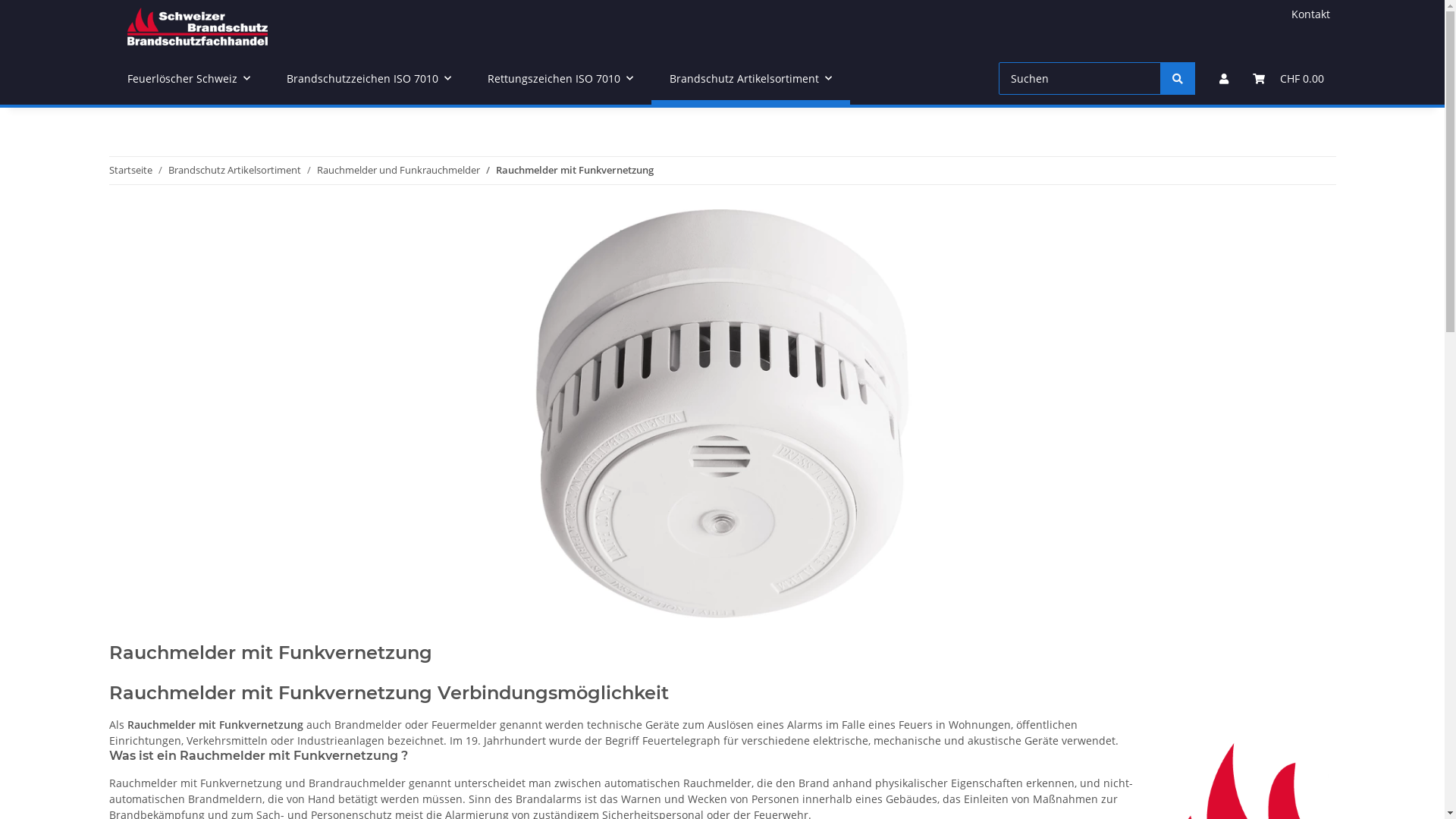 Image resolution: width=1456 pixels, height=819 pixels. Describe the element at coordinates (1288, 78) in the screenshot. I see `'CHF 0.00'` at that location.